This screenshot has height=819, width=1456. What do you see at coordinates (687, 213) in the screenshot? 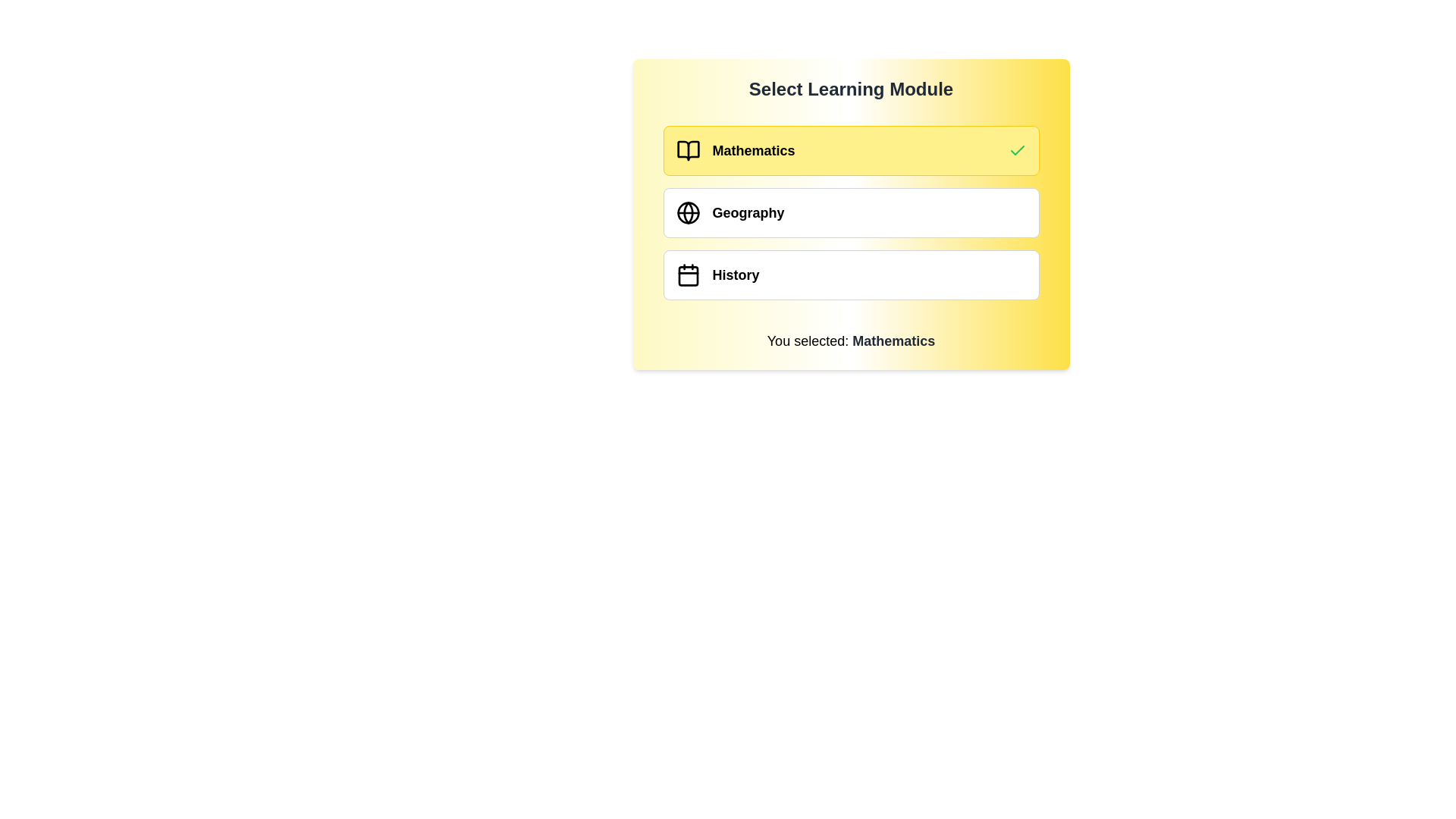
I see `the globe icon, which is characterized by circular lines forming the shape of a world globe with latitude and longitude lines, located to the left of the text 'Geography' in the second option box` at bounding box center [687, 213].